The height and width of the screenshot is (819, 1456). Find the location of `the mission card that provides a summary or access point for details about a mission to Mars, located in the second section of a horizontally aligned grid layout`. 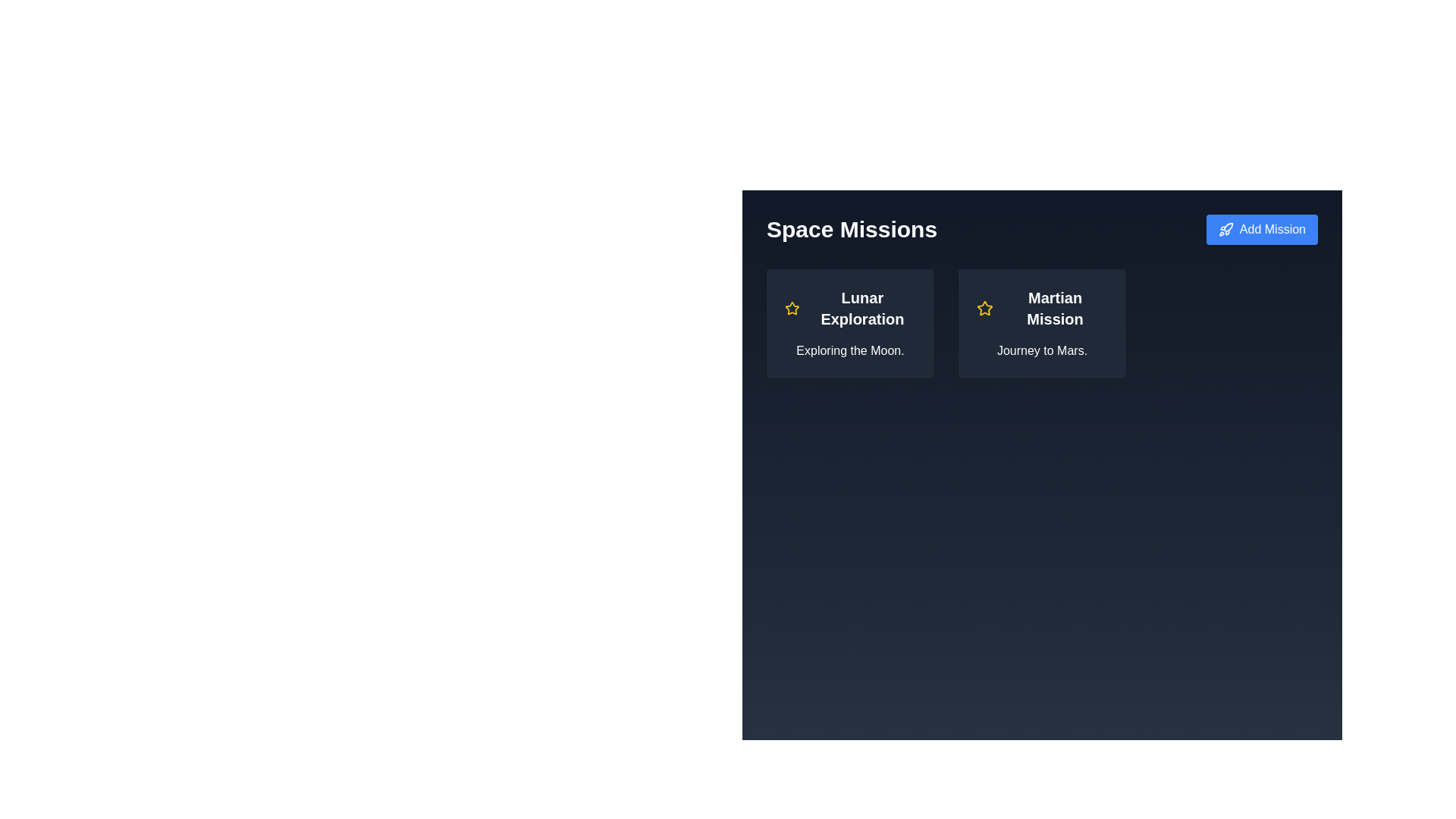

the mission card that provides a summary or access point for details about a mission to Mars, located in the second section of a horizontally aligned grid layout is located at coordinates (1041, 323).